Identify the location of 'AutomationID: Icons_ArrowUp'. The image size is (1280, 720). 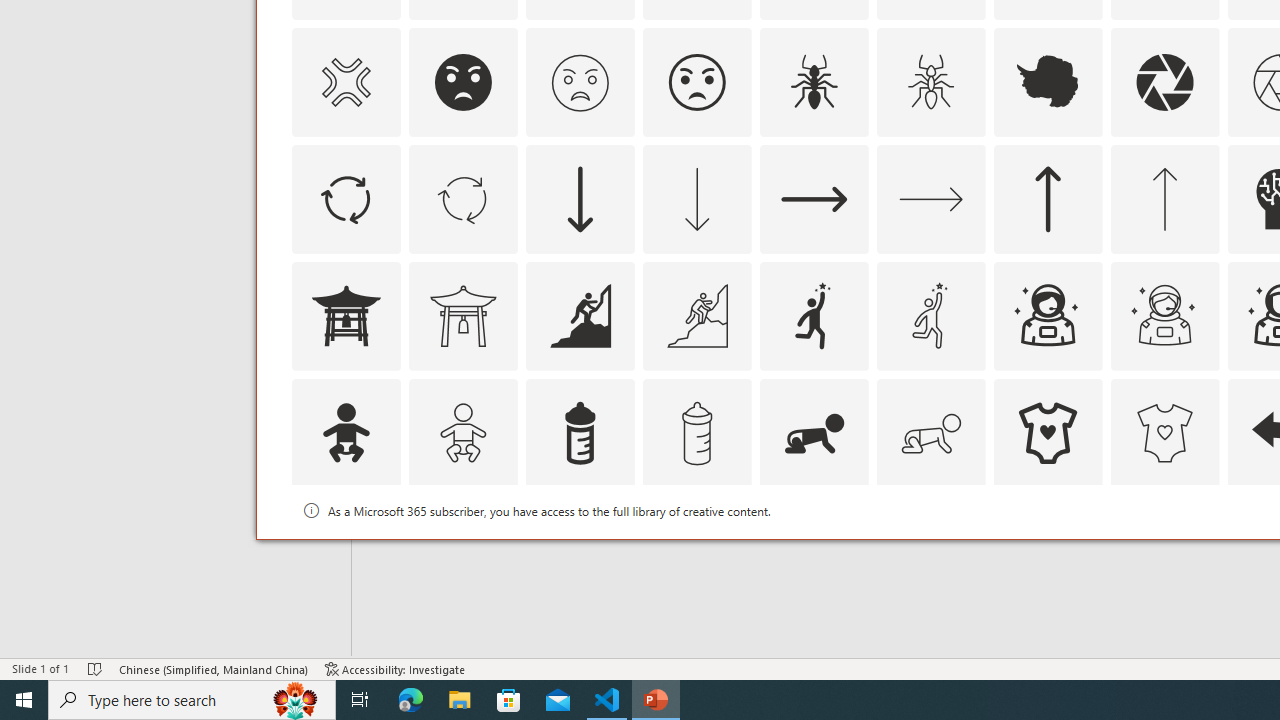
(1047, 198).